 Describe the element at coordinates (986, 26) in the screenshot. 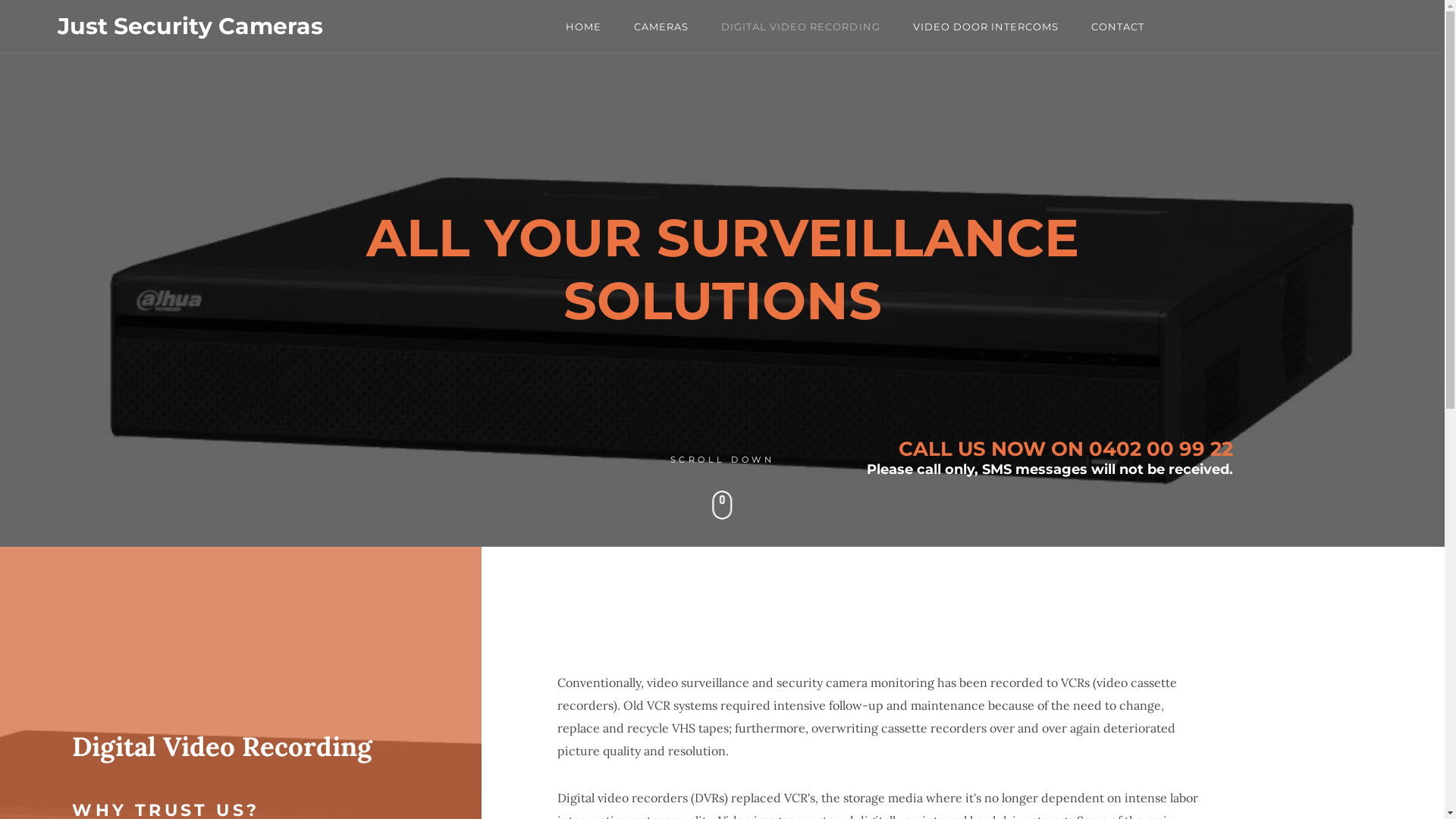

I see `'VIDEO DOOR INTERCOMS'` at that location.